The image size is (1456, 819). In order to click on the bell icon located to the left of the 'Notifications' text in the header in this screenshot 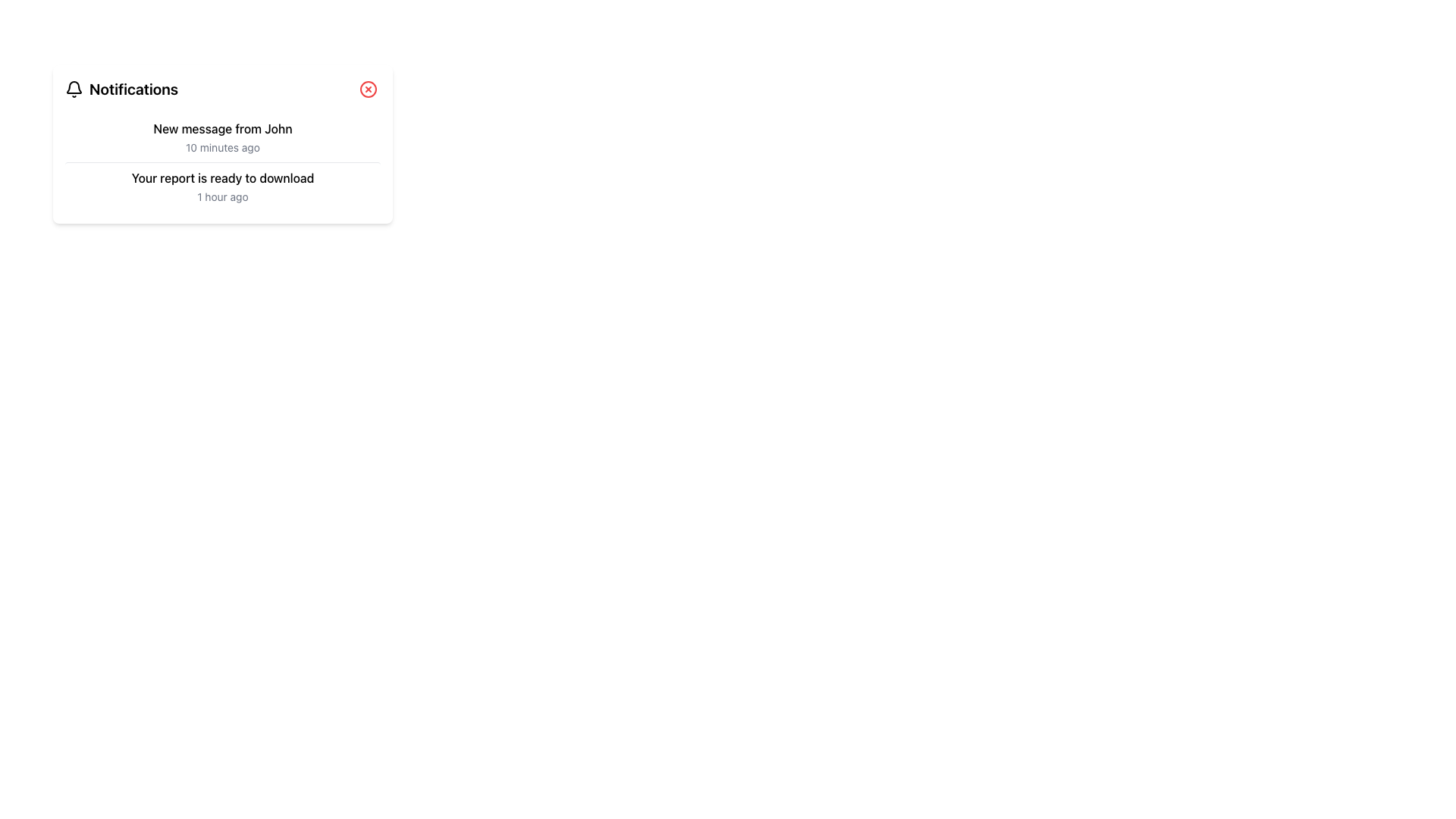, I will do `click(73, 89)`.